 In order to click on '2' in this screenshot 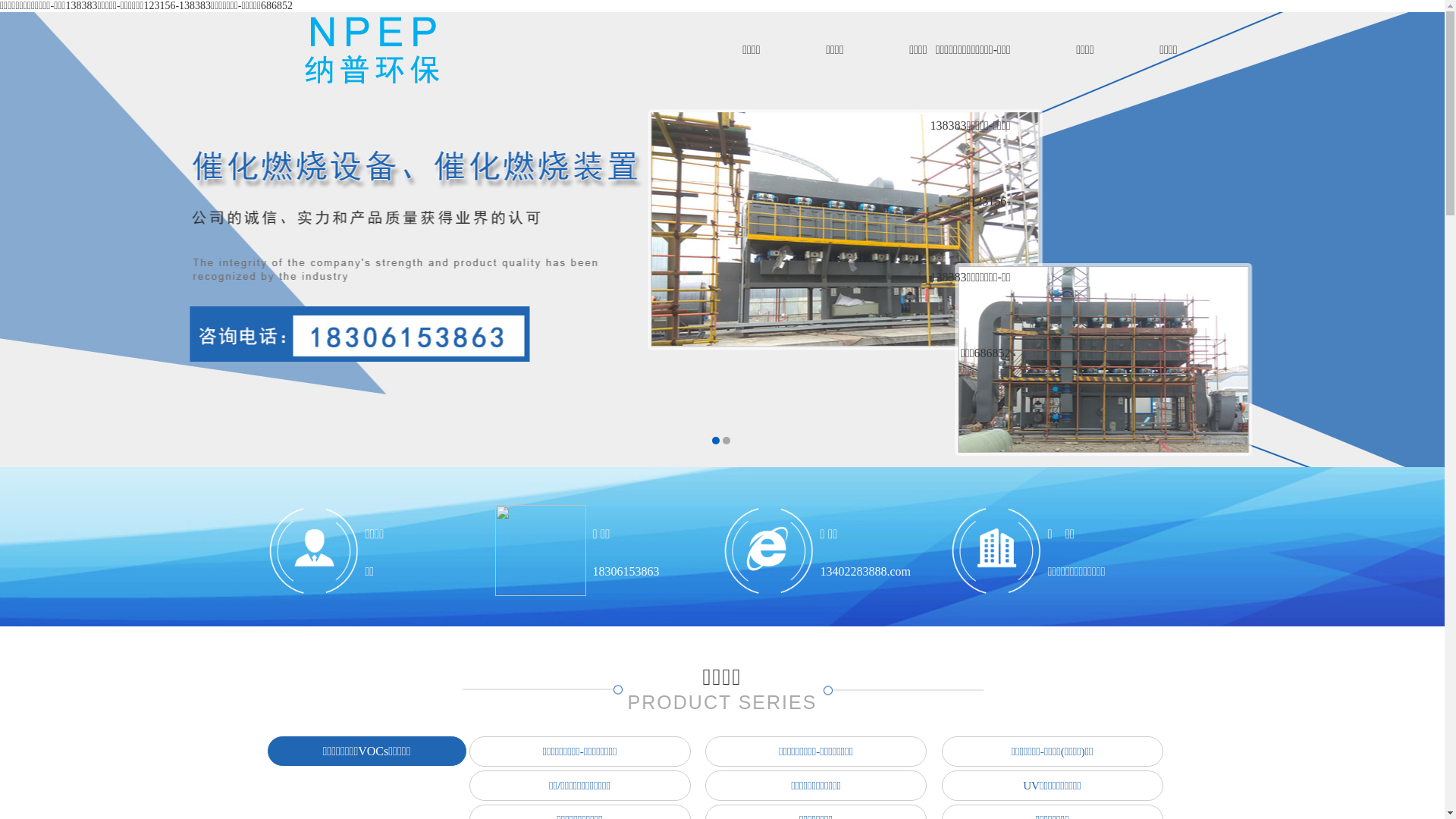, I will do `click(724, 441)`.